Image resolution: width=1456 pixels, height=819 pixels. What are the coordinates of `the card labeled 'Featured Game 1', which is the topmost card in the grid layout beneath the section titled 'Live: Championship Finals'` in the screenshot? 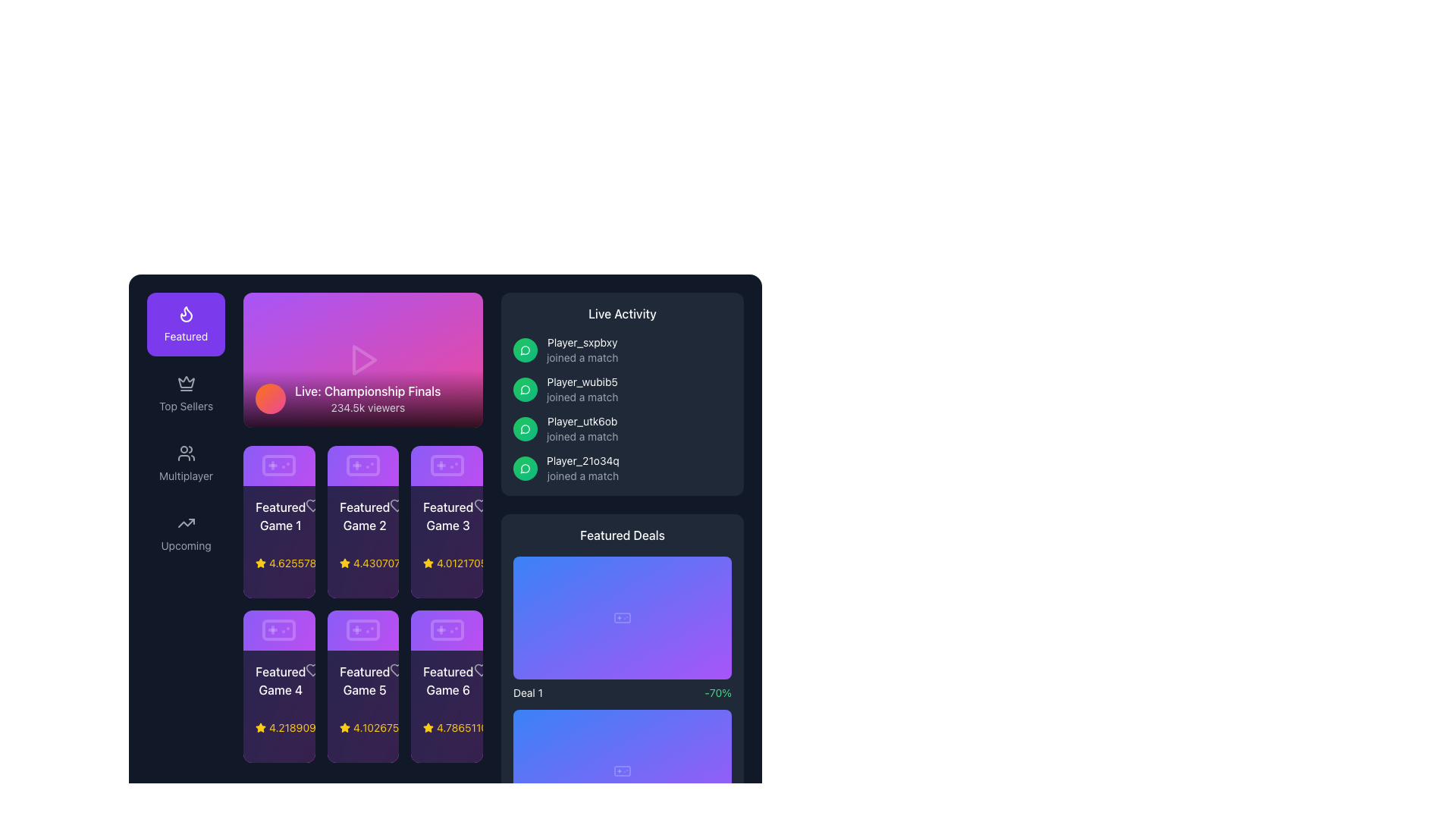 It's located at (279, 465).